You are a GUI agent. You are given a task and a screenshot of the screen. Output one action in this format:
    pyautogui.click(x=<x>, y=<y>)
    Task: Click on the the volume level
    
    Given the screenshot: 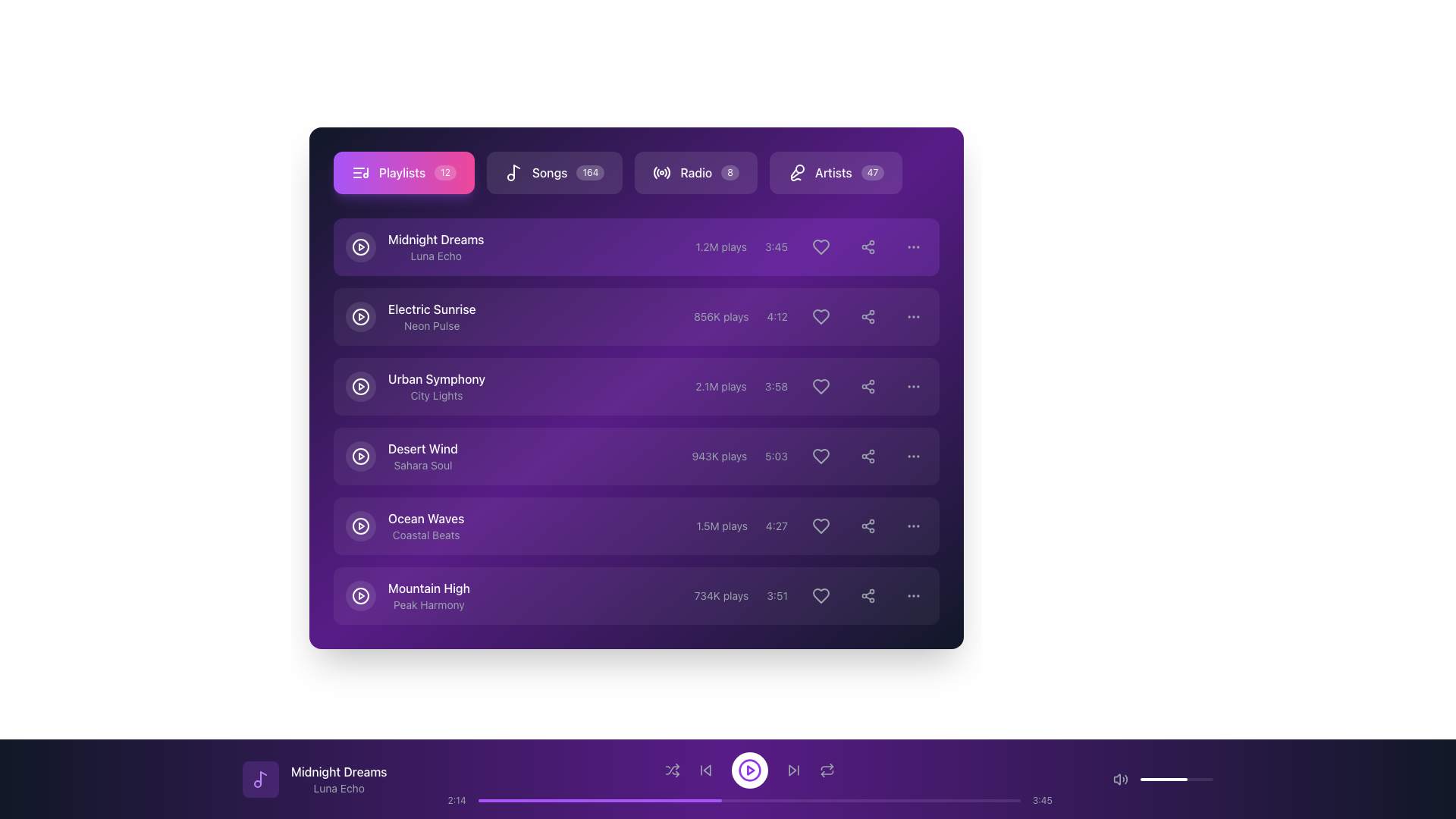 What is the action you would take?
    pyautogui.click(x=1200, y=780)
    